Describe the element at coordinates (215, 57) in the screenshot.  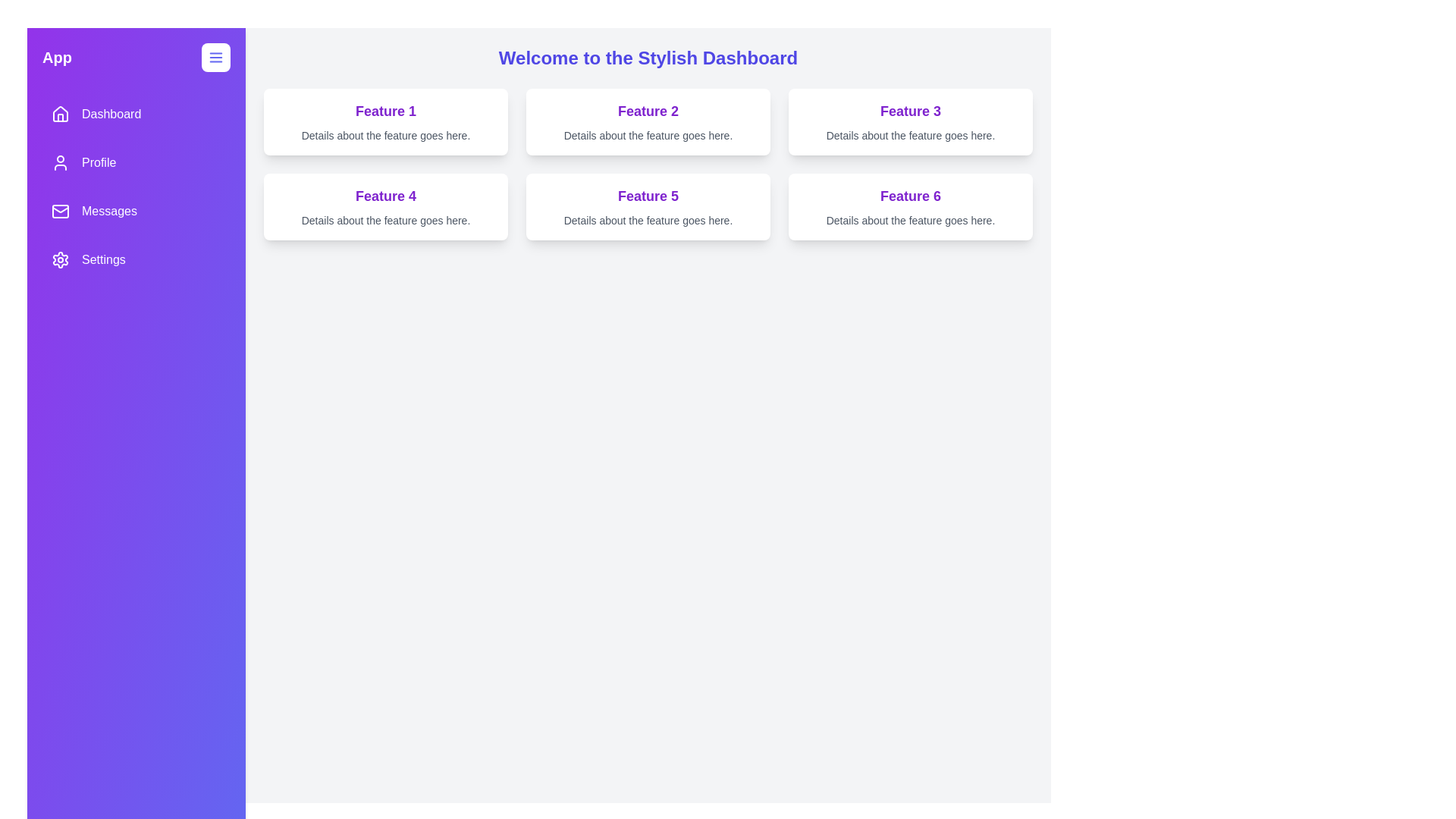
I see `the hamburger menu icon button located in the collapsible left navigation bar at the top-right corner` at that location.